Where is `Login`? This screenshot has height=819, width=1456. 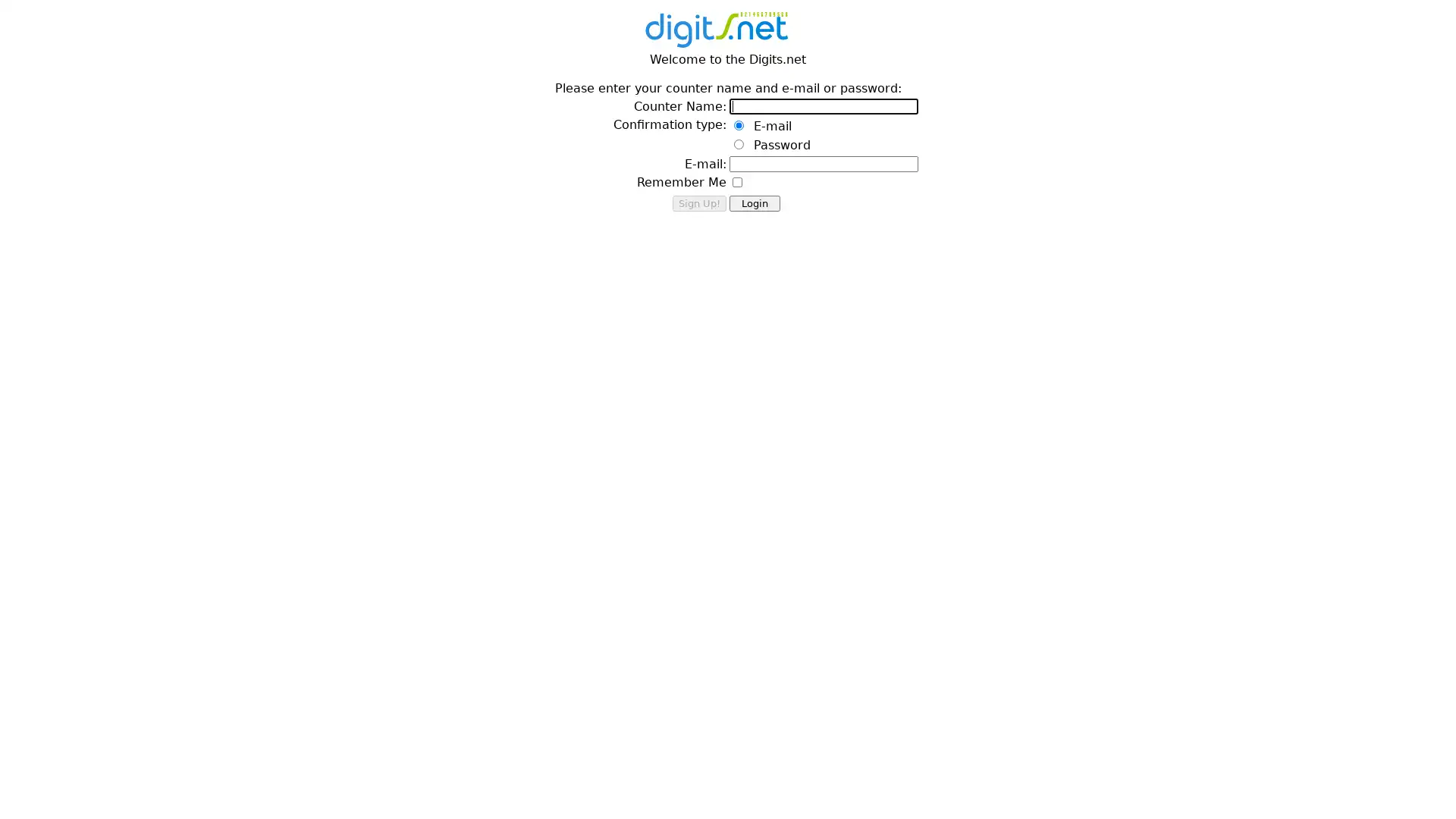 Login is located at coordinates (755, 202).